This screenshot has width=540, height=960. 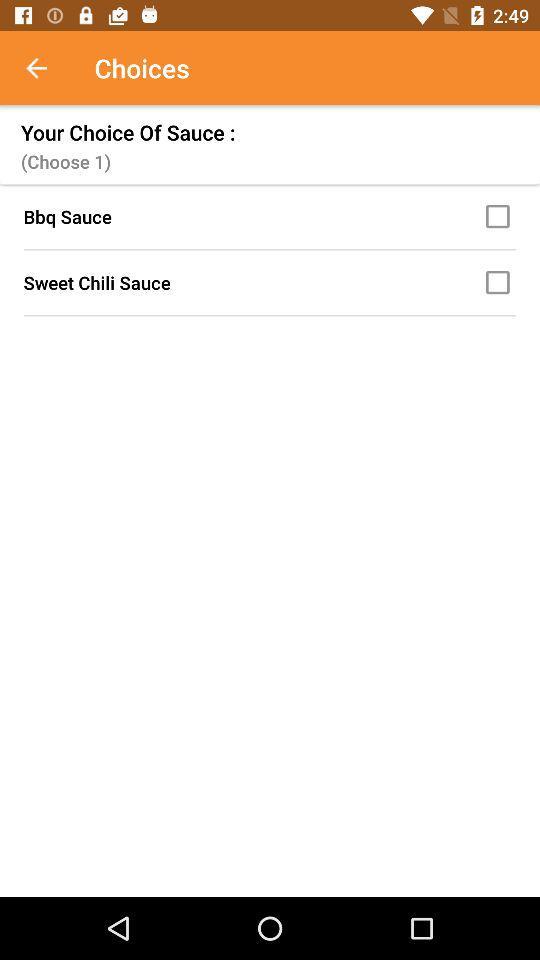 What do you see at coordinates (500, 281) in the screenshot?
I see `choose sweet chili sauce` at bounding box center [500, 281].